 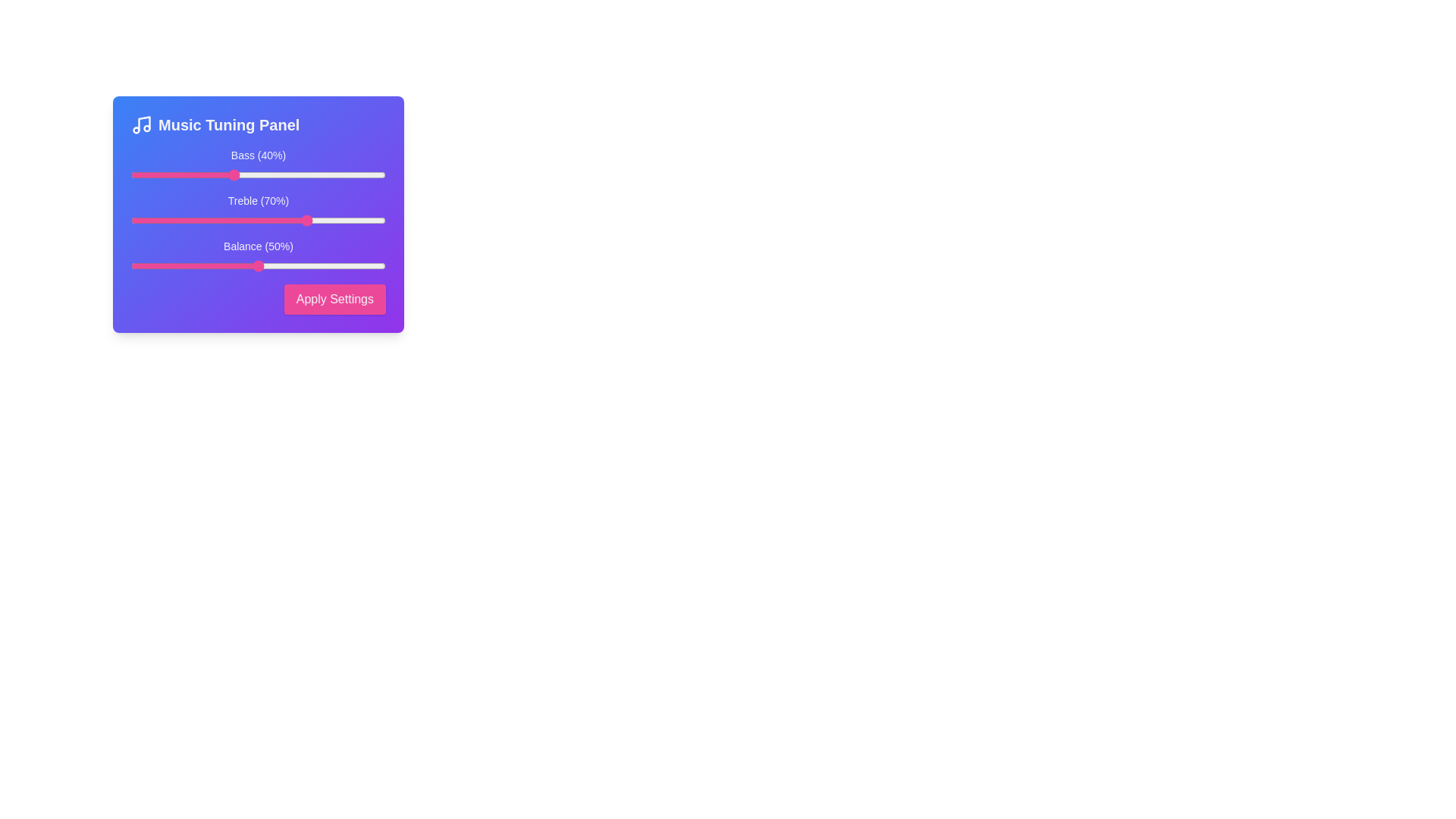 I want to click on the balance slider to 59%, so click(x=281, y=265).